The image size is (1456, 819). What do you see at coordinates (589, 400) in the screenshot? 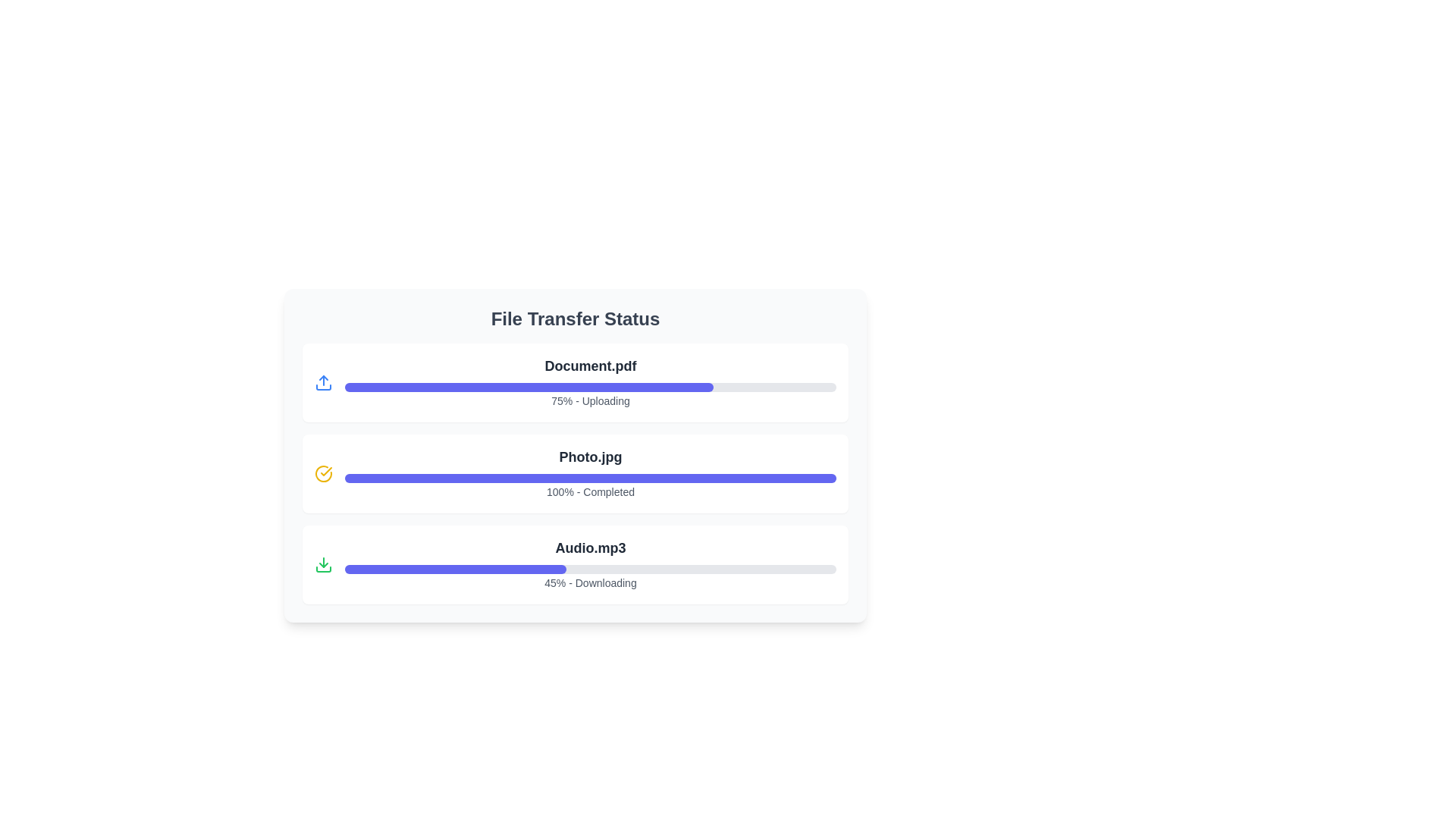
I see `the status indicator text that shows 'Uploading' for the file 'Document.pdf', located beneath the file name and progress bar` at bounding box center [589, 400].